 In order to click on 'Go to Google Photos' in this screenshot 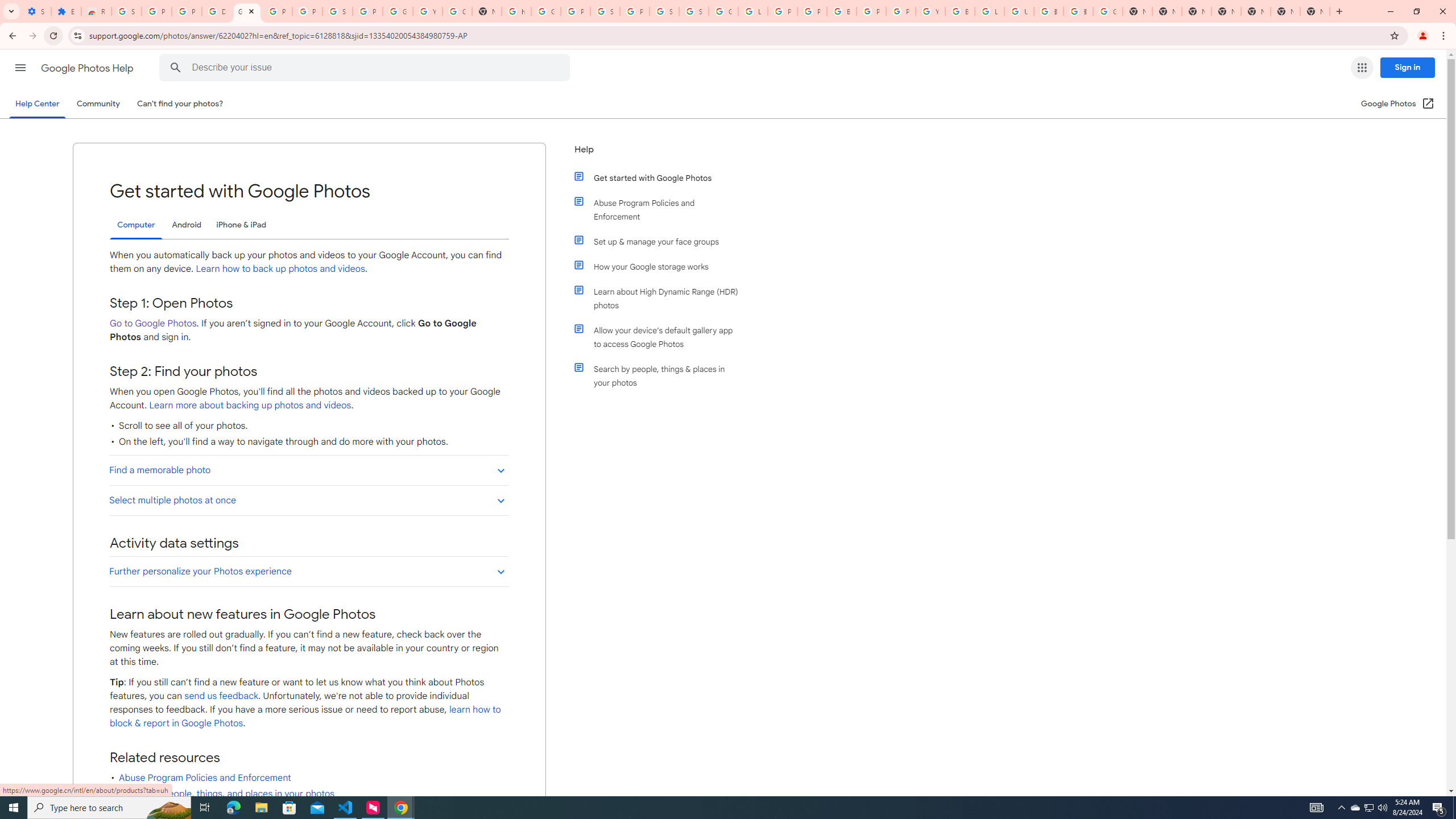, I will do `click(152, 322)`.